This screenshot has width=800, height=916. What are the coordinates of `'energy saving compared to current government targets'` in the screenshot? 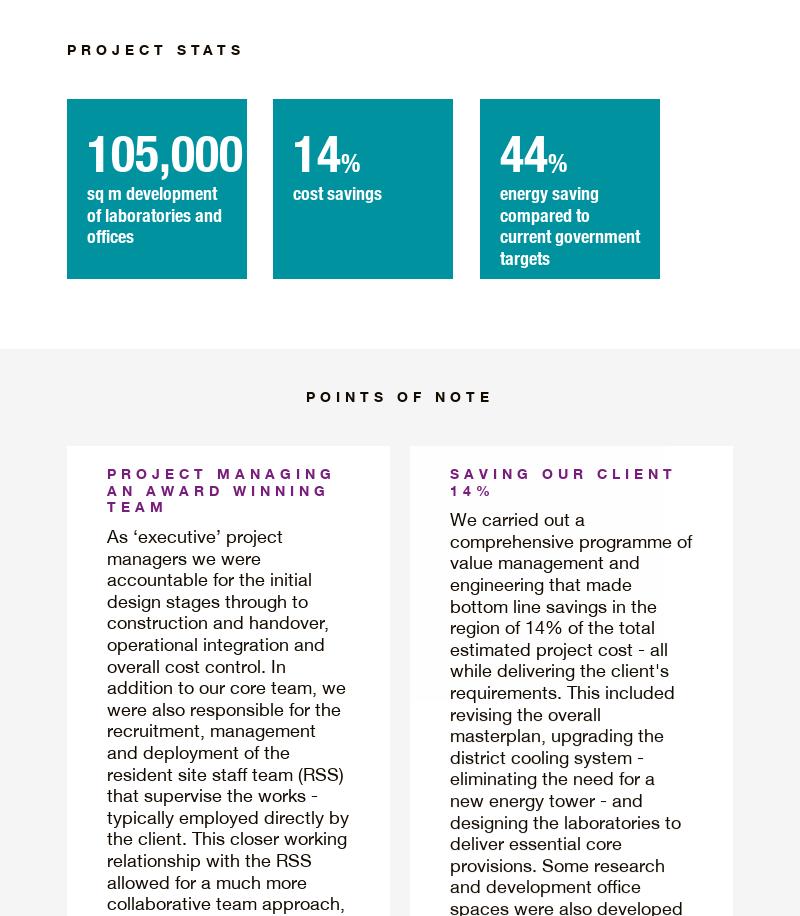 It's located at (567, 223).